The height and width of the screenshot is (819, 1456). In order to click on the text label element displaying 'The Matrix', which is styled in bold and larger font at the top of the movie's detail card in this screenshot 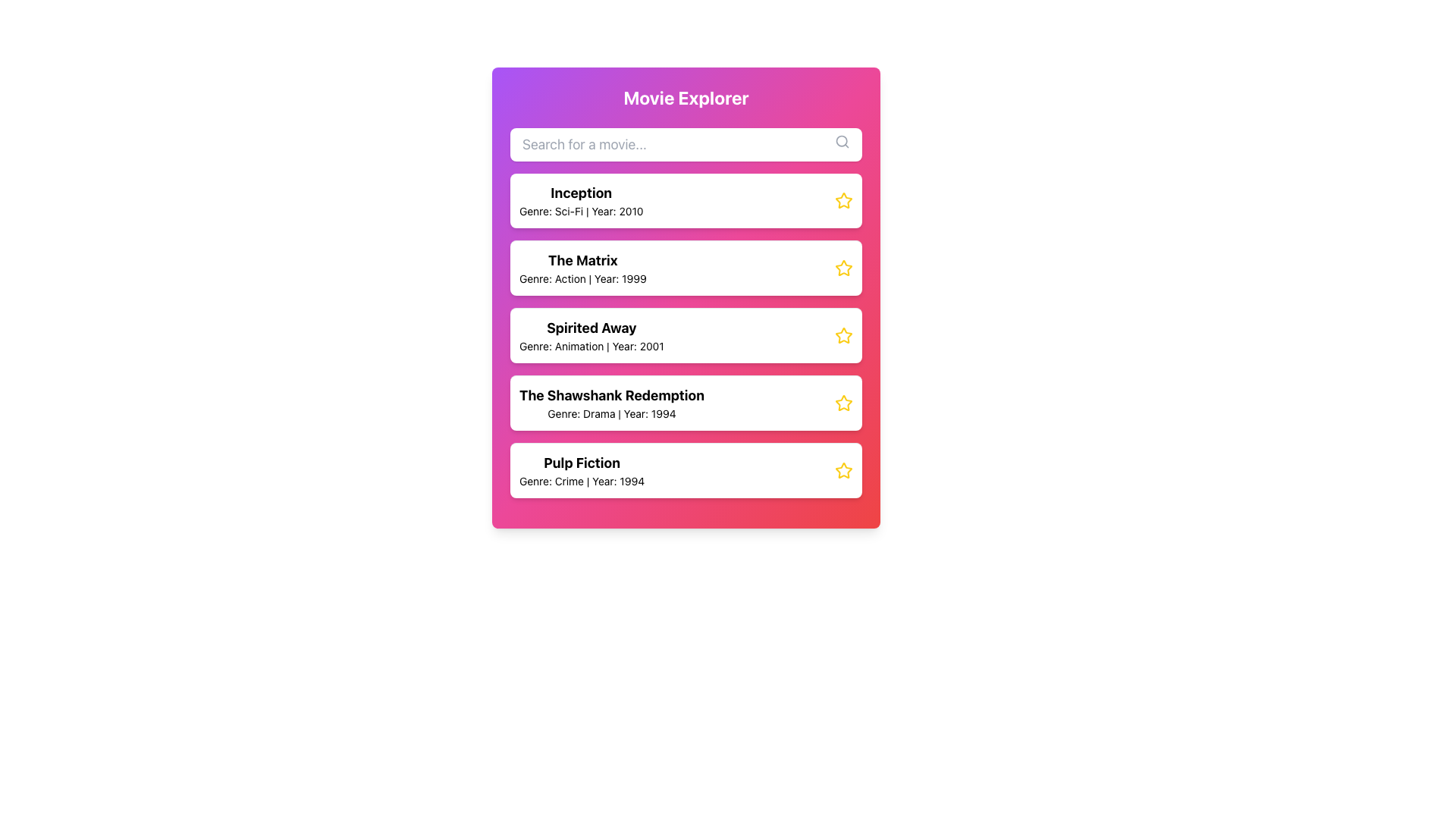, I will do `click(582, 259)`.